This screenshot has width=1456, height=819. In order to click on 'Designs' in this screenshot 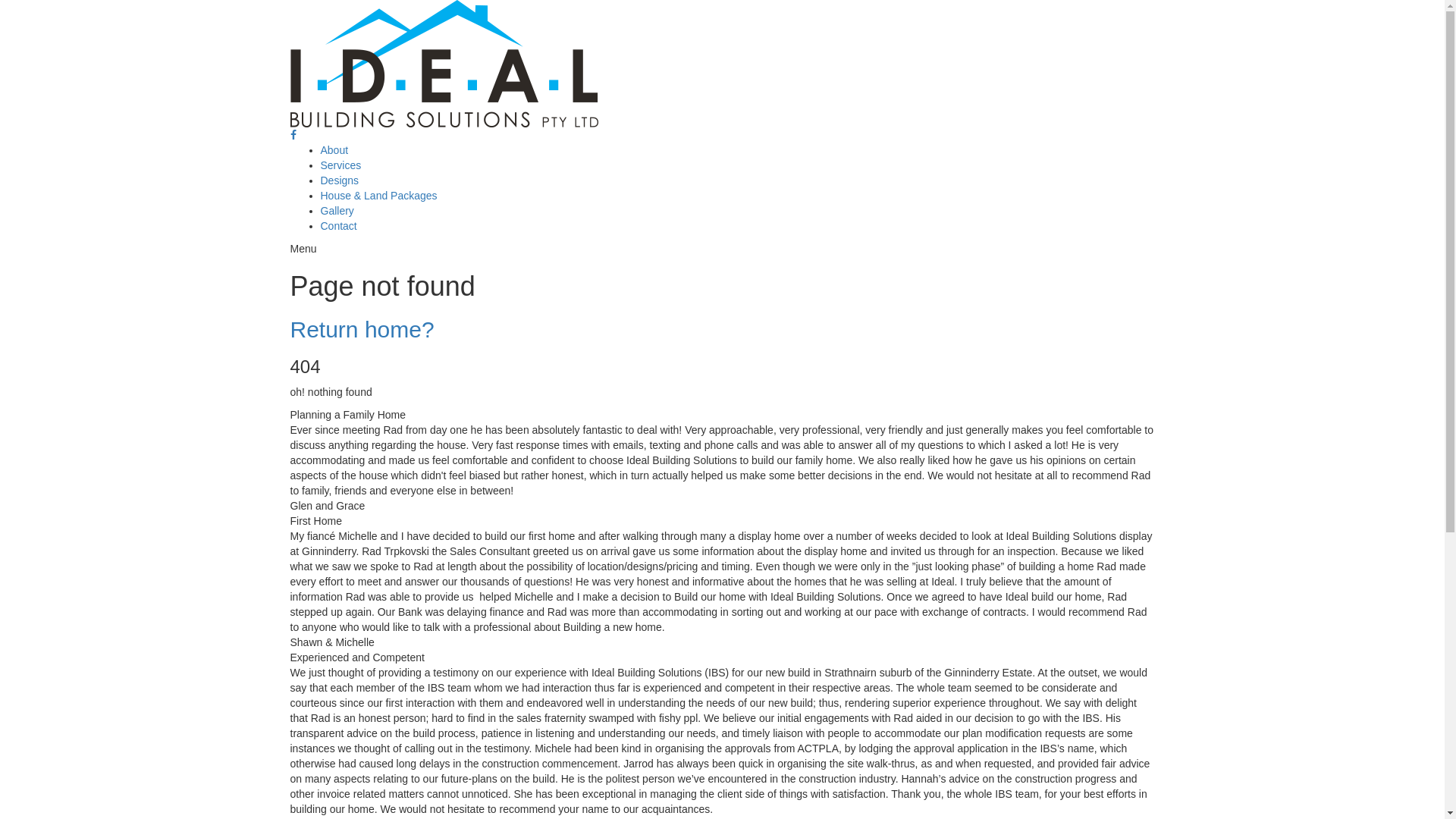, I will do `click(338, 180)`.